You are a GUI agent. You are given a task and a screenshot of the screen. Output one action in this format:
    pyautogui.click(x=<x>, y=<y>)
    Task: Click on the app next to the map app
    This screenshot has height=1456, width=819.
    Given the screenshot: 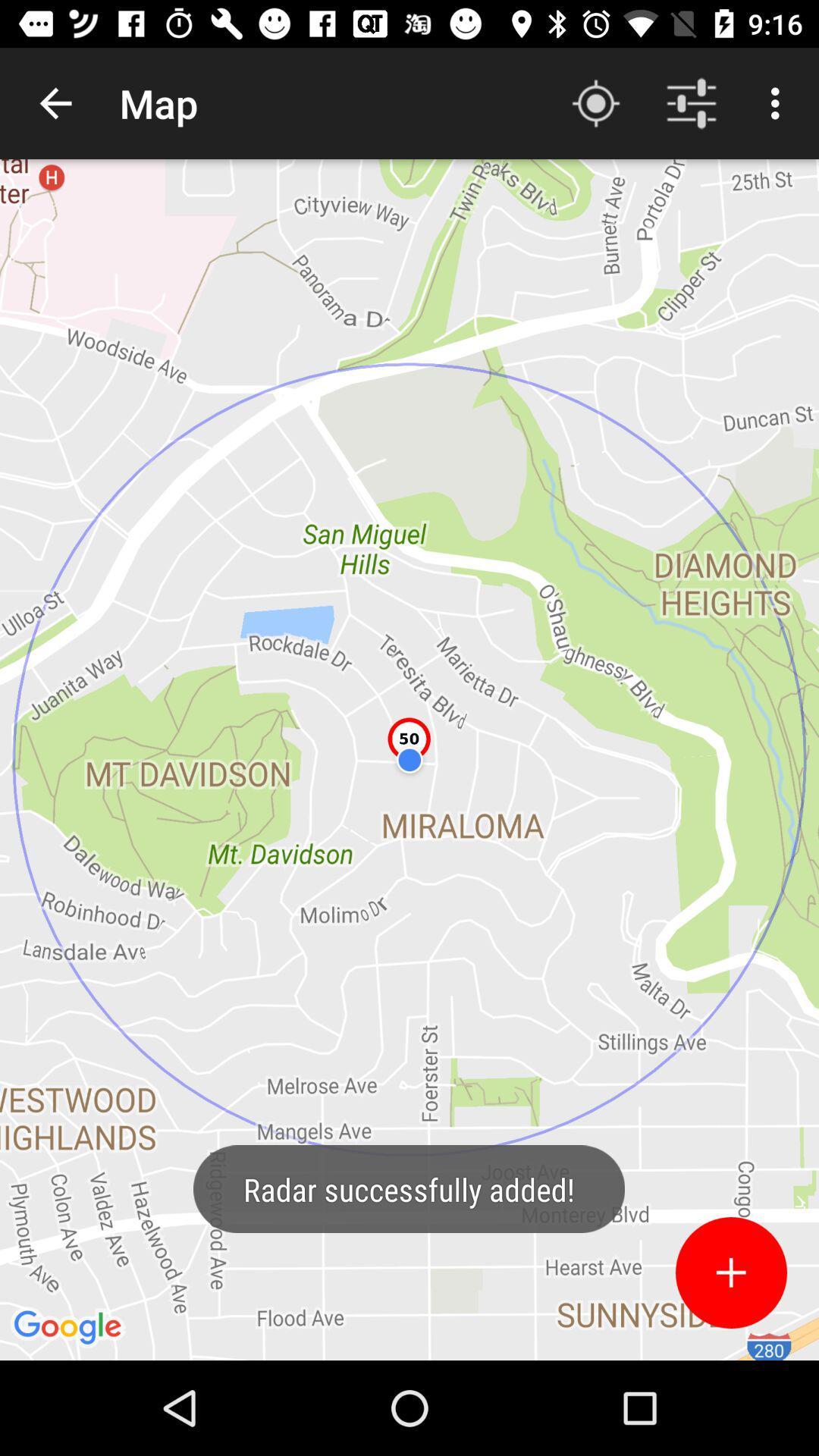 What is the action you would take?
    pyautogui.click(x=595, y=102)
    